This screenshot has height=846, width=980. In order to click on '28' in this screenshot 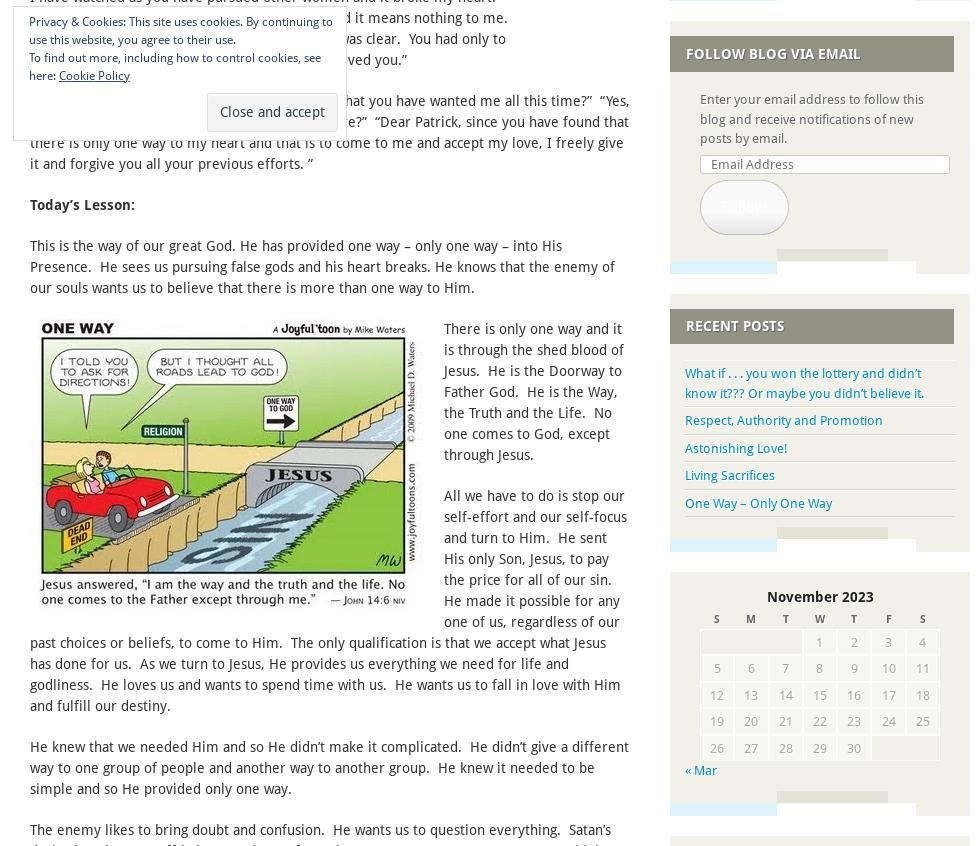, I will do `click(784, 746)`.